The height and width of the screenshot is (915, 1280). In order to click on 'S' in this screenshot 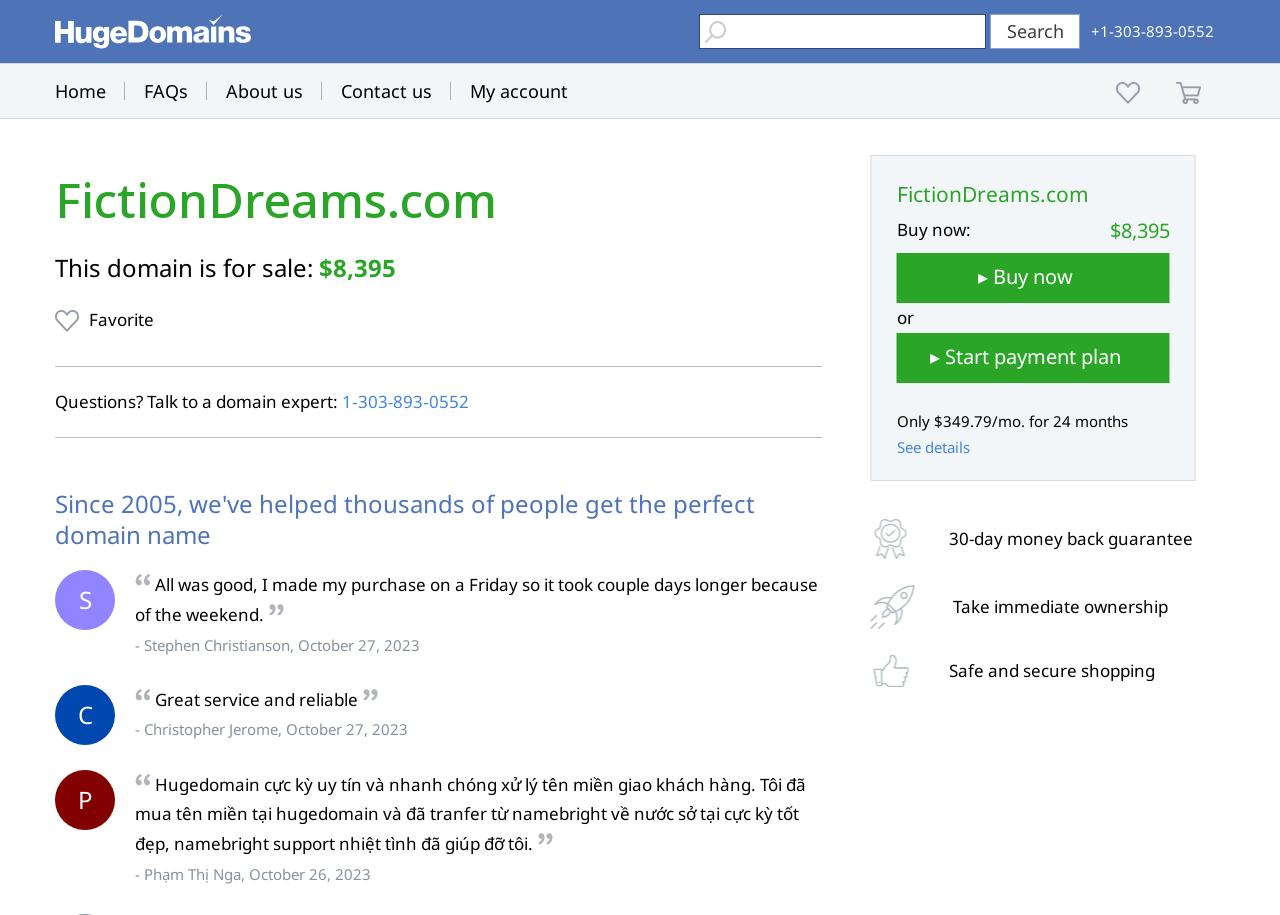, I will do `click(77, 598)`.